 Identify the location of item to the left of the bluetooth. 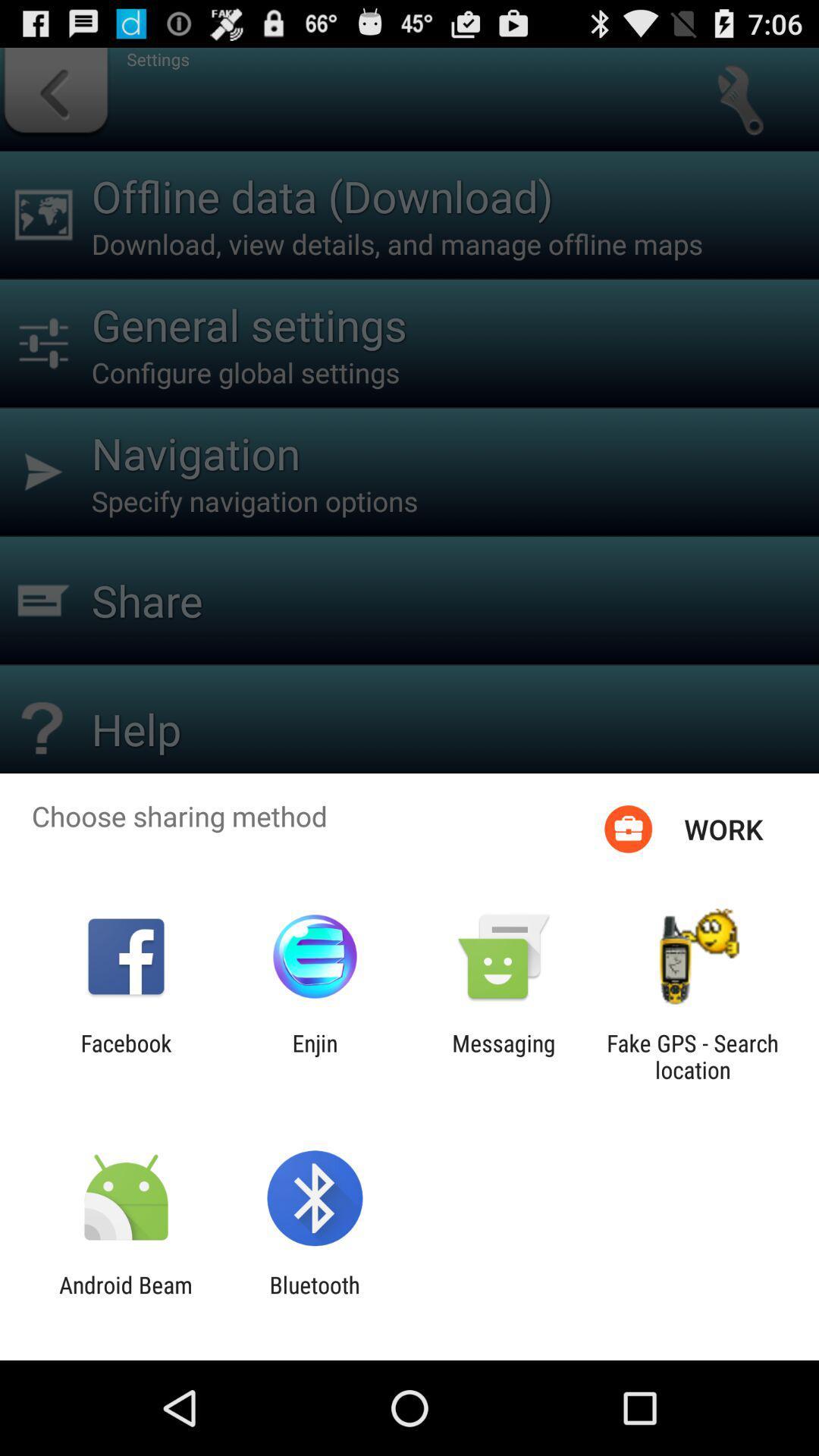
(125, 1298).